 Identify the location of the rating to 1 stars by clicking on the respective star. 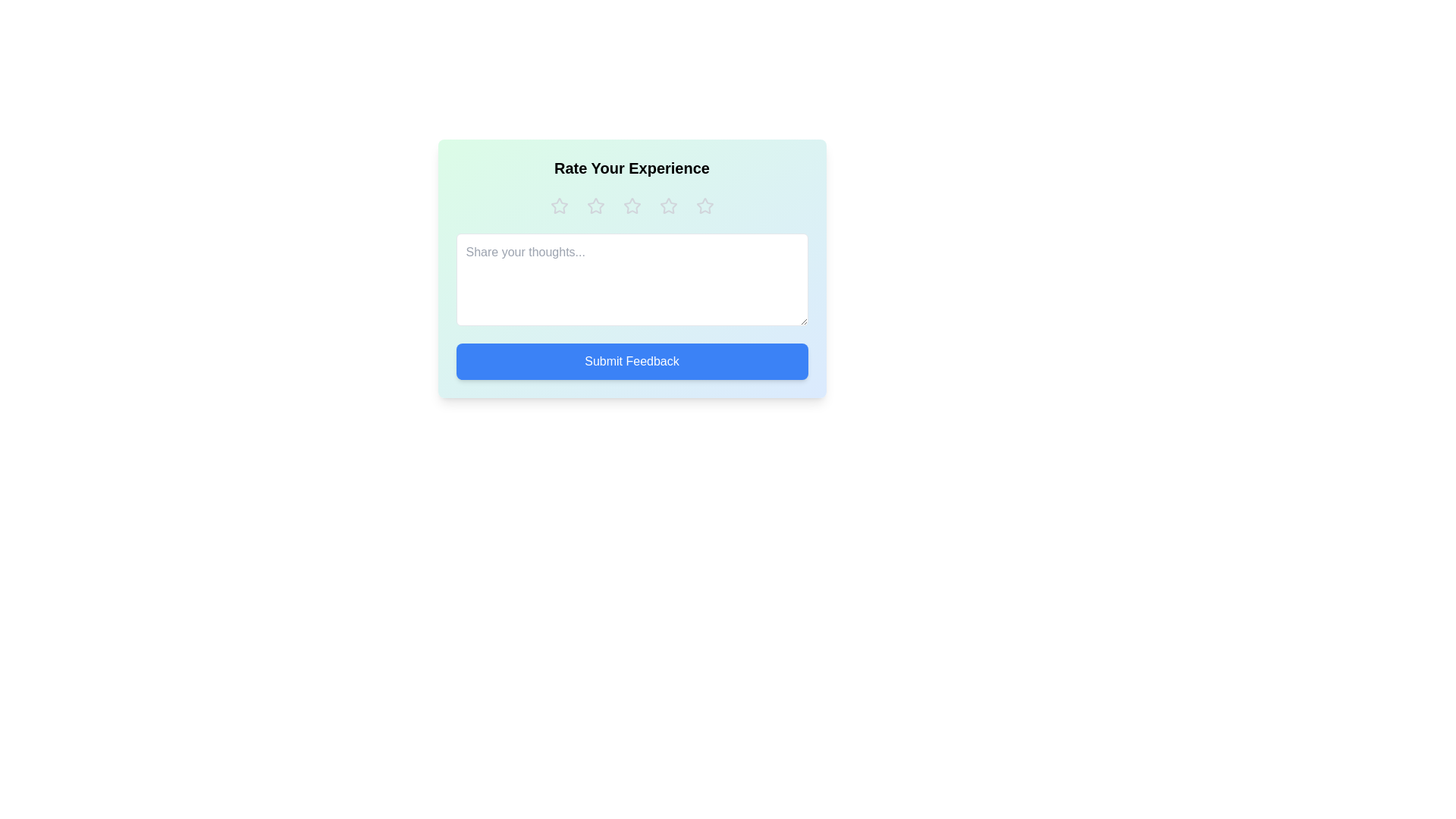
(558, 206).